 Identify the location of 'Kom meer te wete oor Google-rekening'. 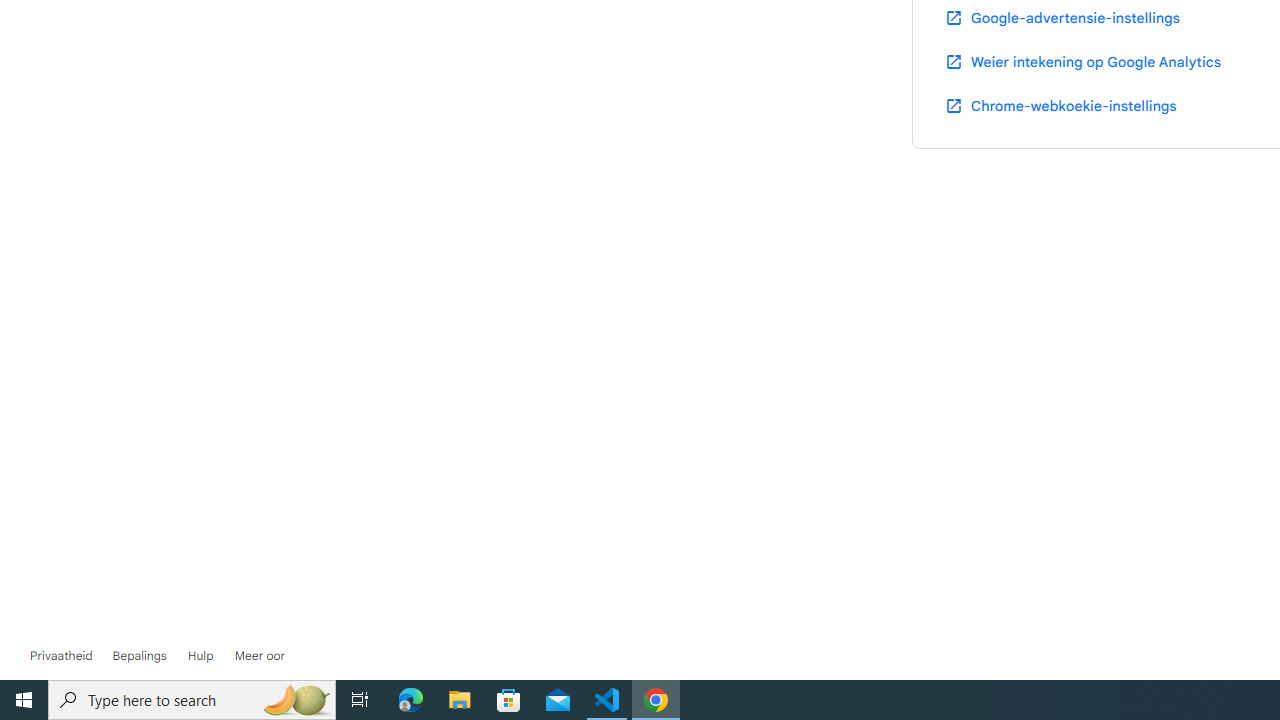
(258, 655).